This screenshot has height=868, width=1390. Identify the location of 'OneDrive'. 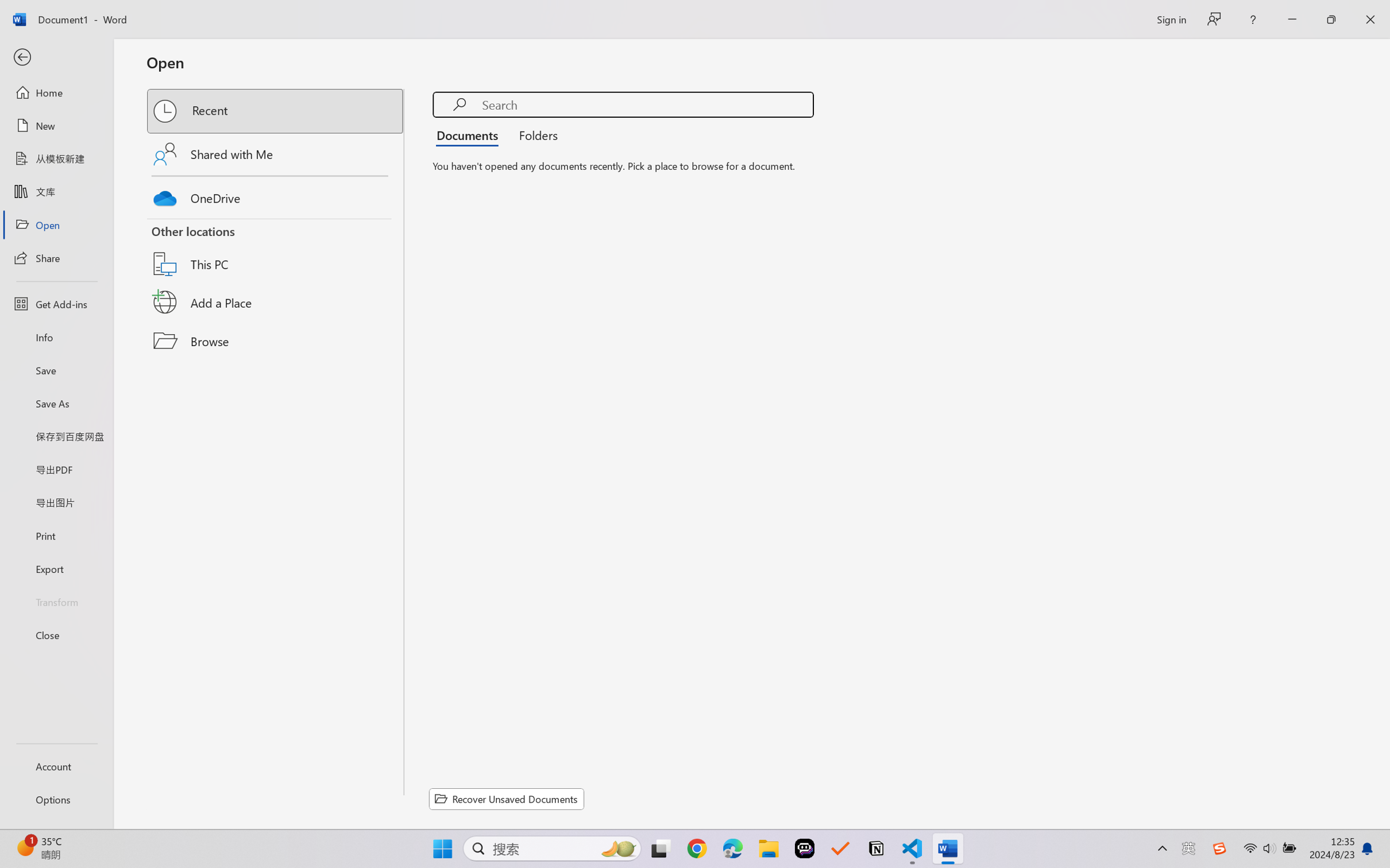
(276, 195).